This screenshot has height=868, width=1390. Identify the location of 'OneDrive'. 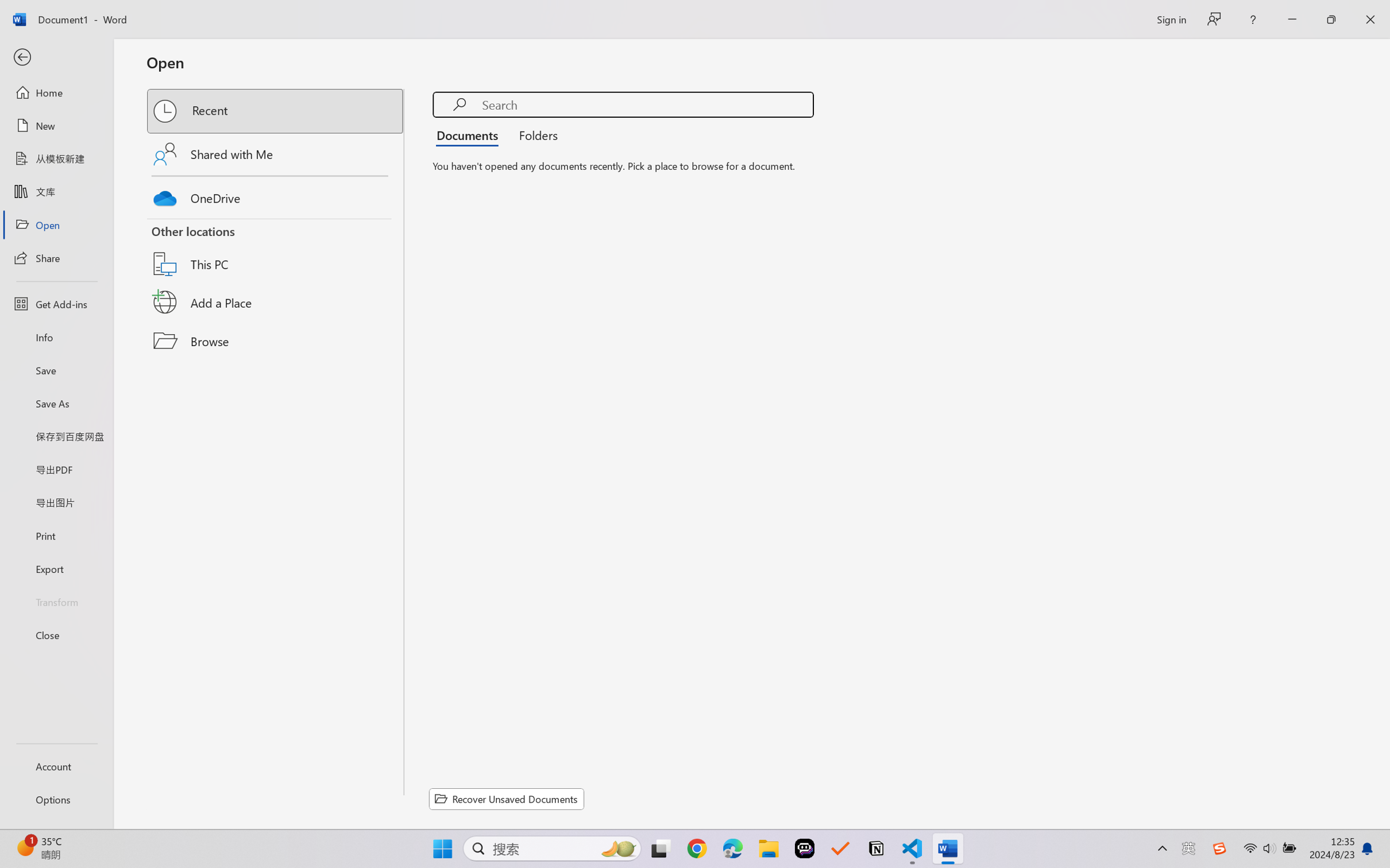
(276, 195).